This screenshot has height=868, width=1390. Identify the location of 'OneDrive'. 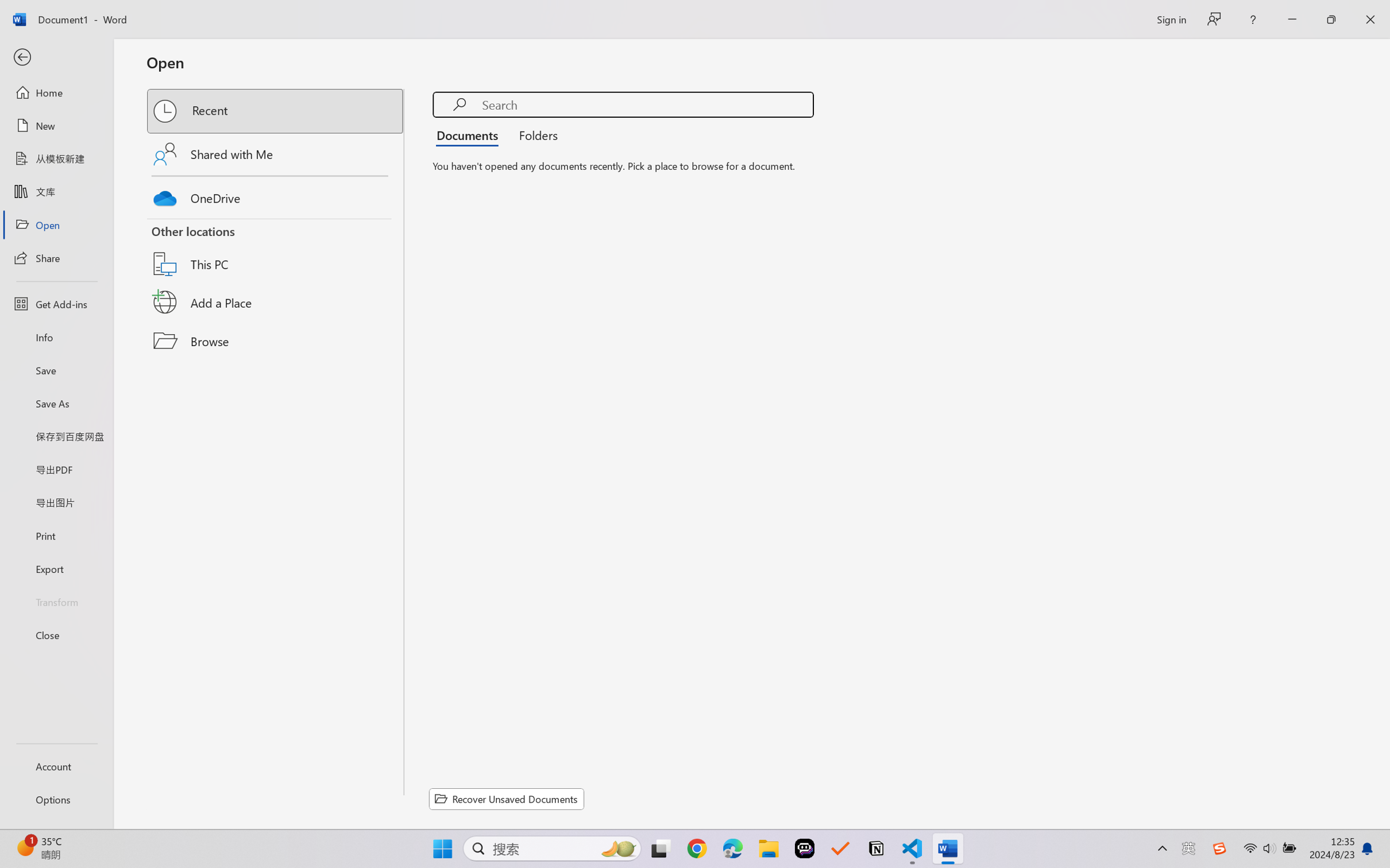
(276, 195).